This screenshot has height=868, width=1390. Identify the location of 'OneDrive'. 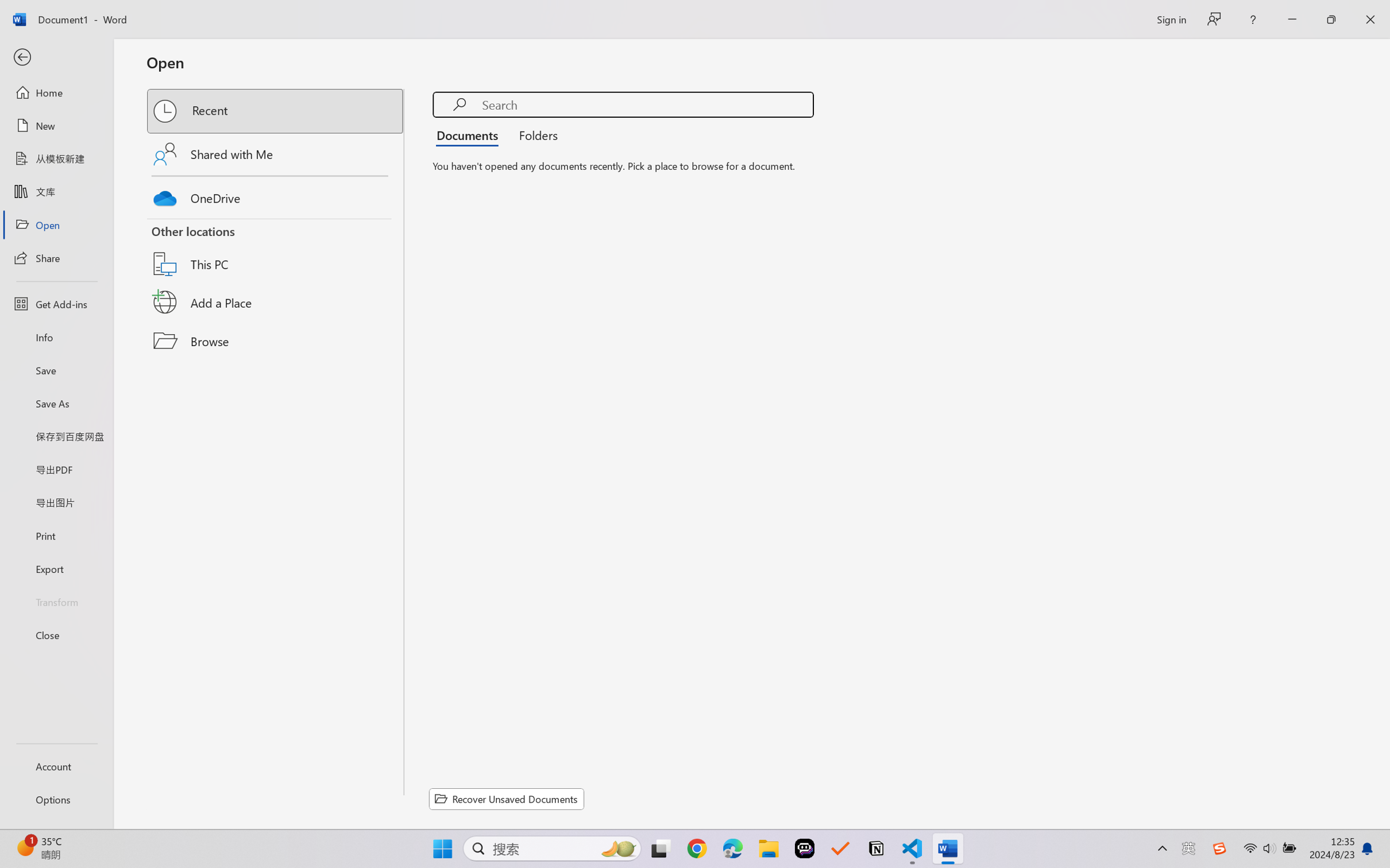
(276, 195).